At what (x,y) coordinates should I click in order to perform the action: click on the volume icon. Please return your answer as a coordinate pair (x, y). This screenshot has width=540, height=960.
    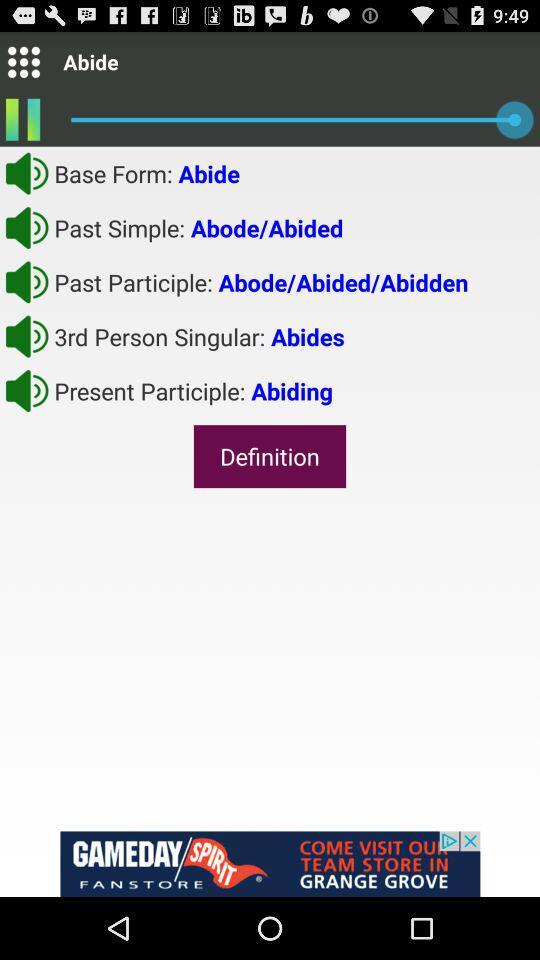
    Looking at the image, I should click on (26, 360).